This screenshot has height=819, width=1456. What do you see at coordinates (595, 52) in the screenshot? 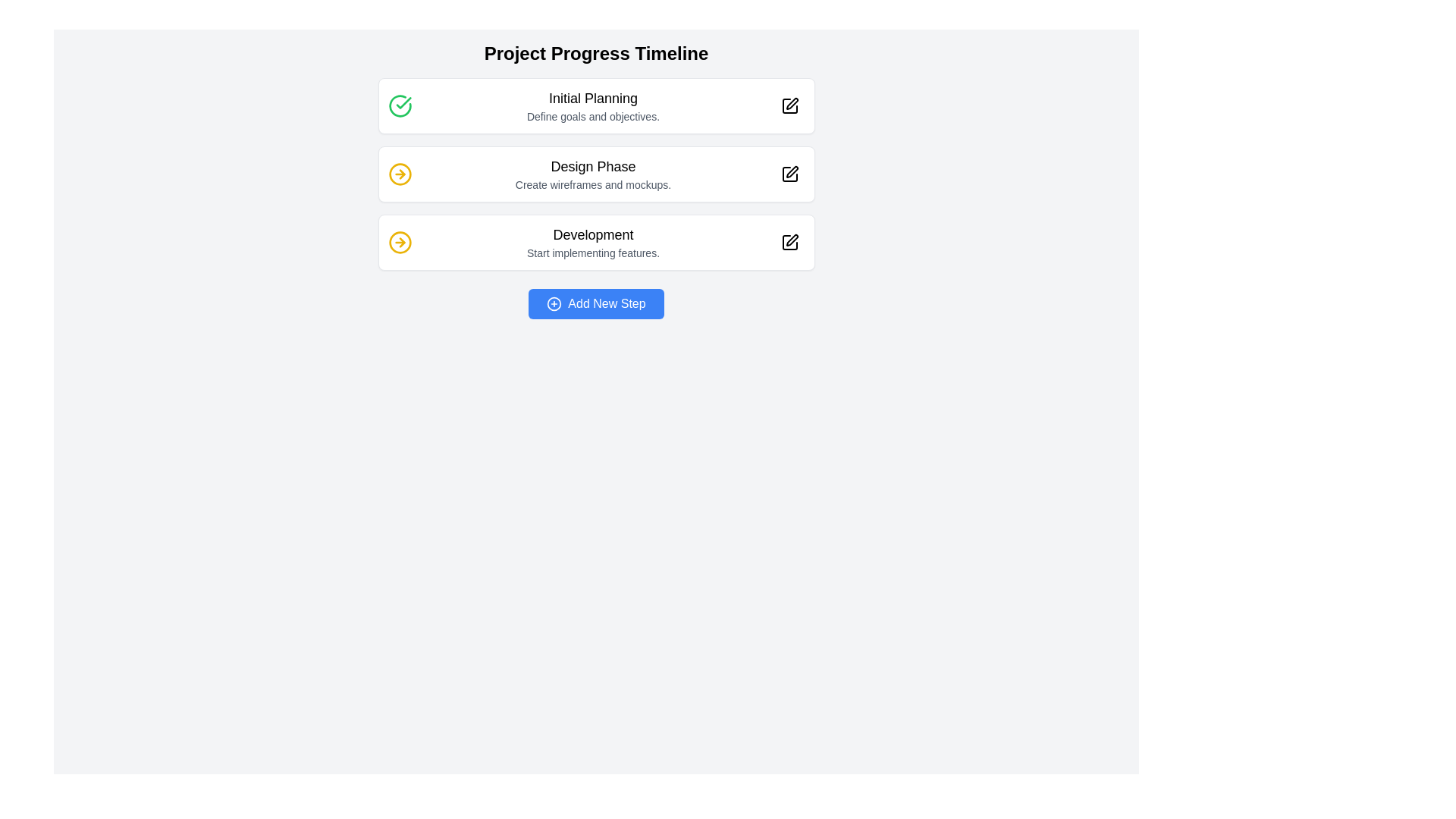
I see `the bold text header that reads 'Project Progress Timeline' located at the top of the interface, above the phases list and 'Add New Step' button` at bounding box center [595, 52].